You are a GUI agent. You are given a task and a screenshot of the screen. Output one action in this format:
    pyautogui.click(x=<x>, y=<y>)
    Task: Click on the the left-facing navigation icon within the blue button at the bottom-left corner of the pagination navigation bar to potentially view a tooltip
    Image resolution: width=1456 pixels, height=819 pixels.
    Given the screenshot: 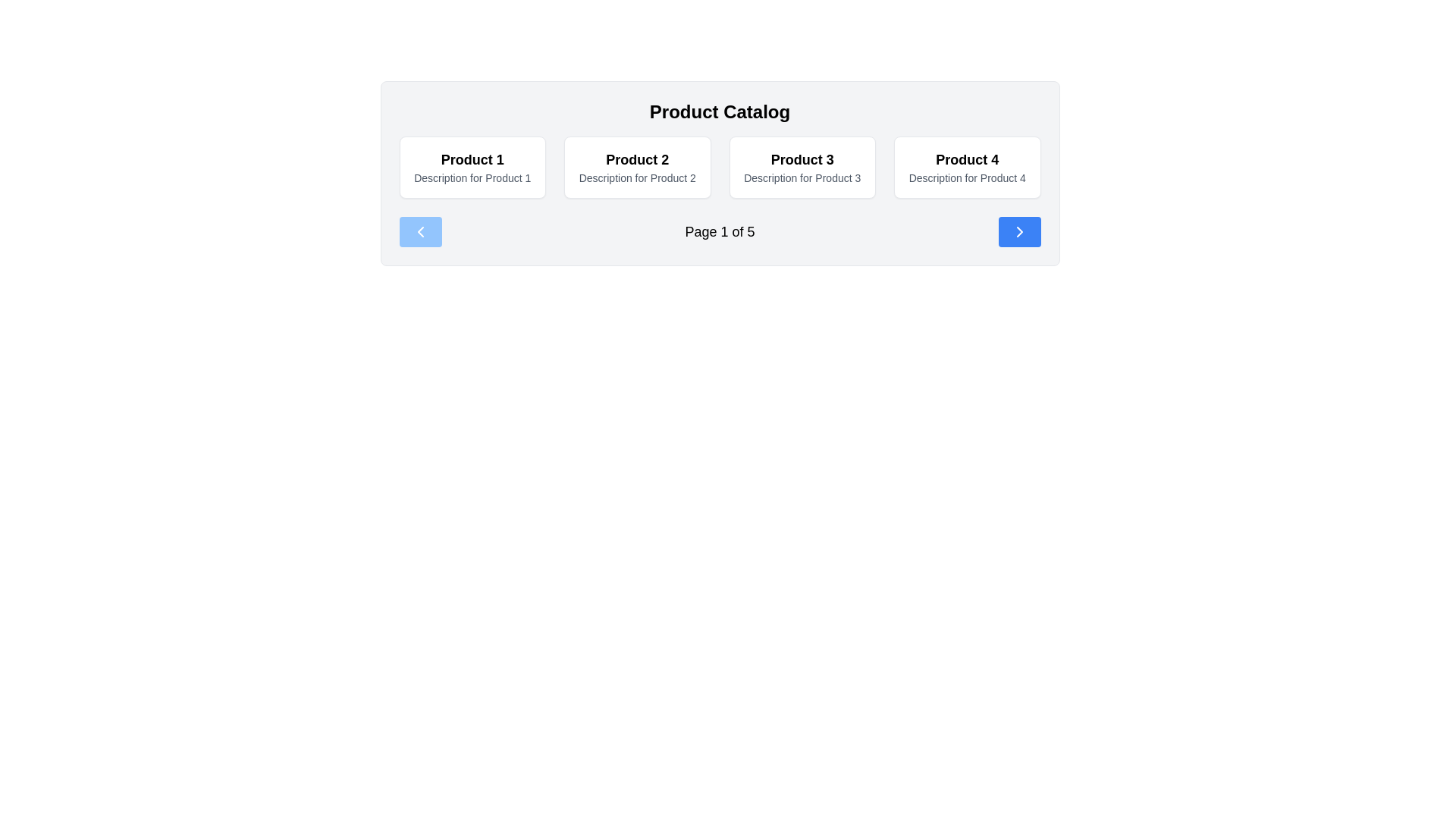 What is the action you would take?
    pyautogui.click(x=420, y=231)
    